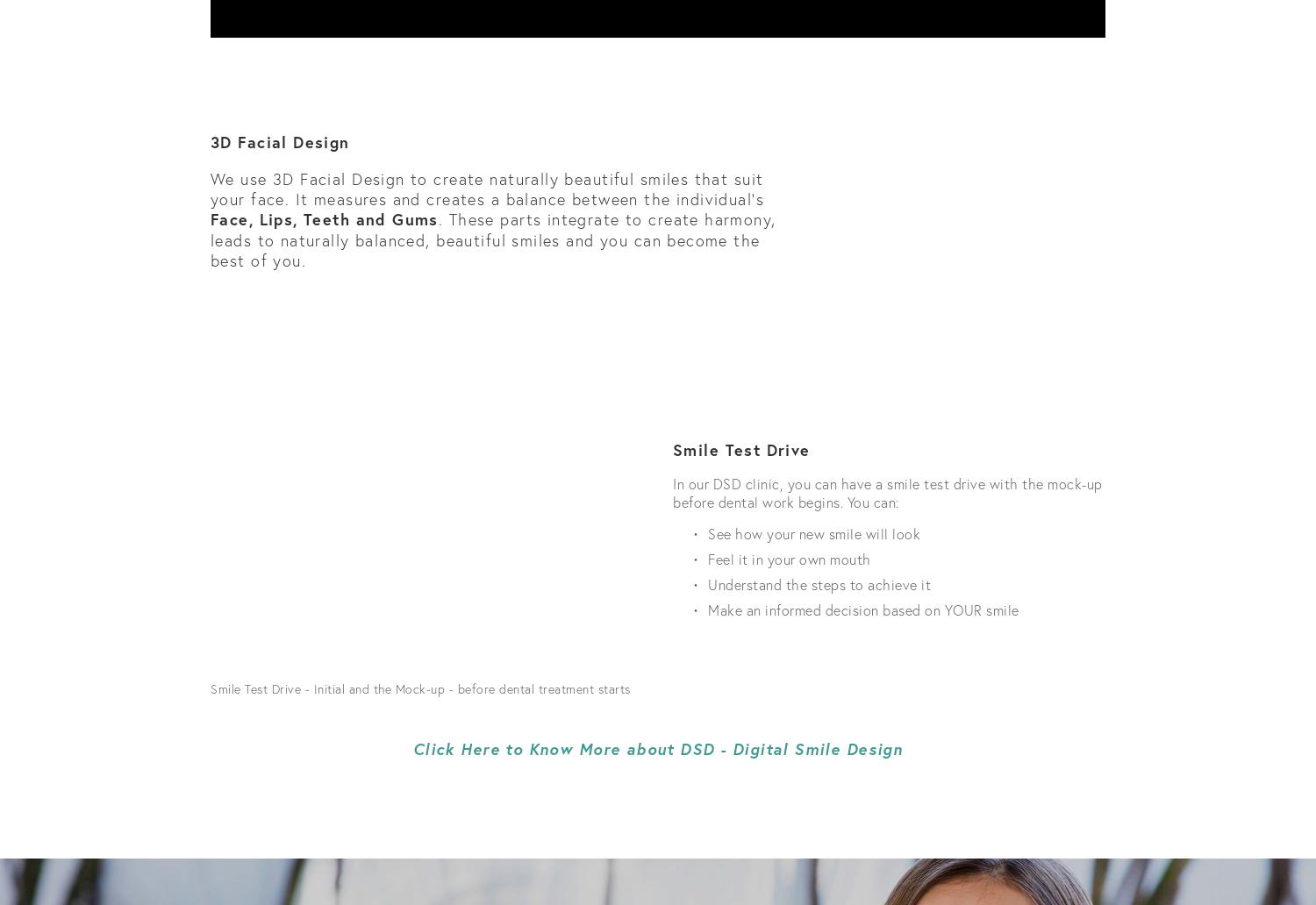 This screenshot has height=905, width=1316. What do you see at coordinates (323, 217) in the screenshot?
I see `'Face, Lips, Teeth and Gums'` at bounding box center [323, 217].